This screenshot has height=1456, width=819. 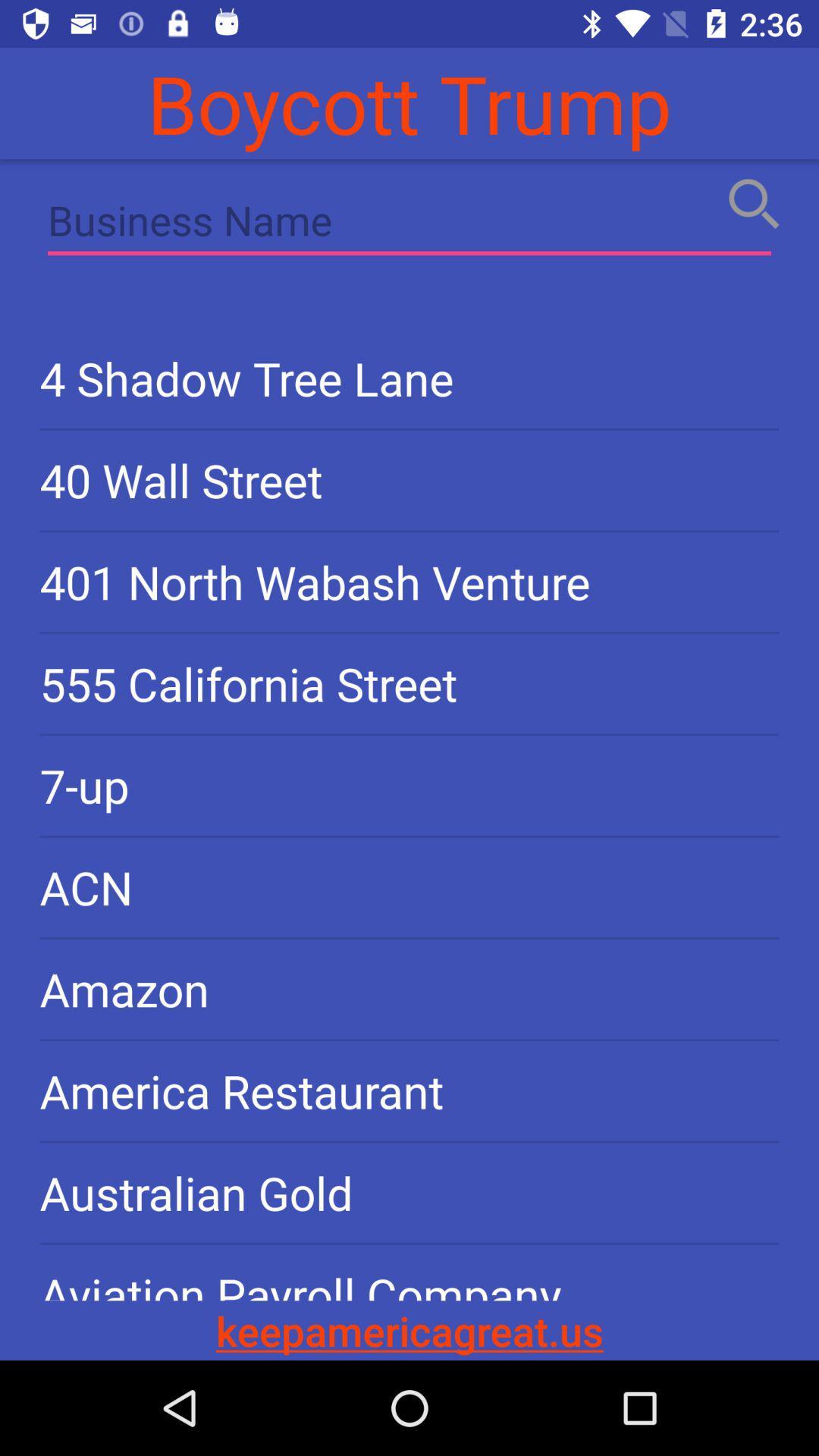 I want to click on acn icon, so click(x=409, y=887).